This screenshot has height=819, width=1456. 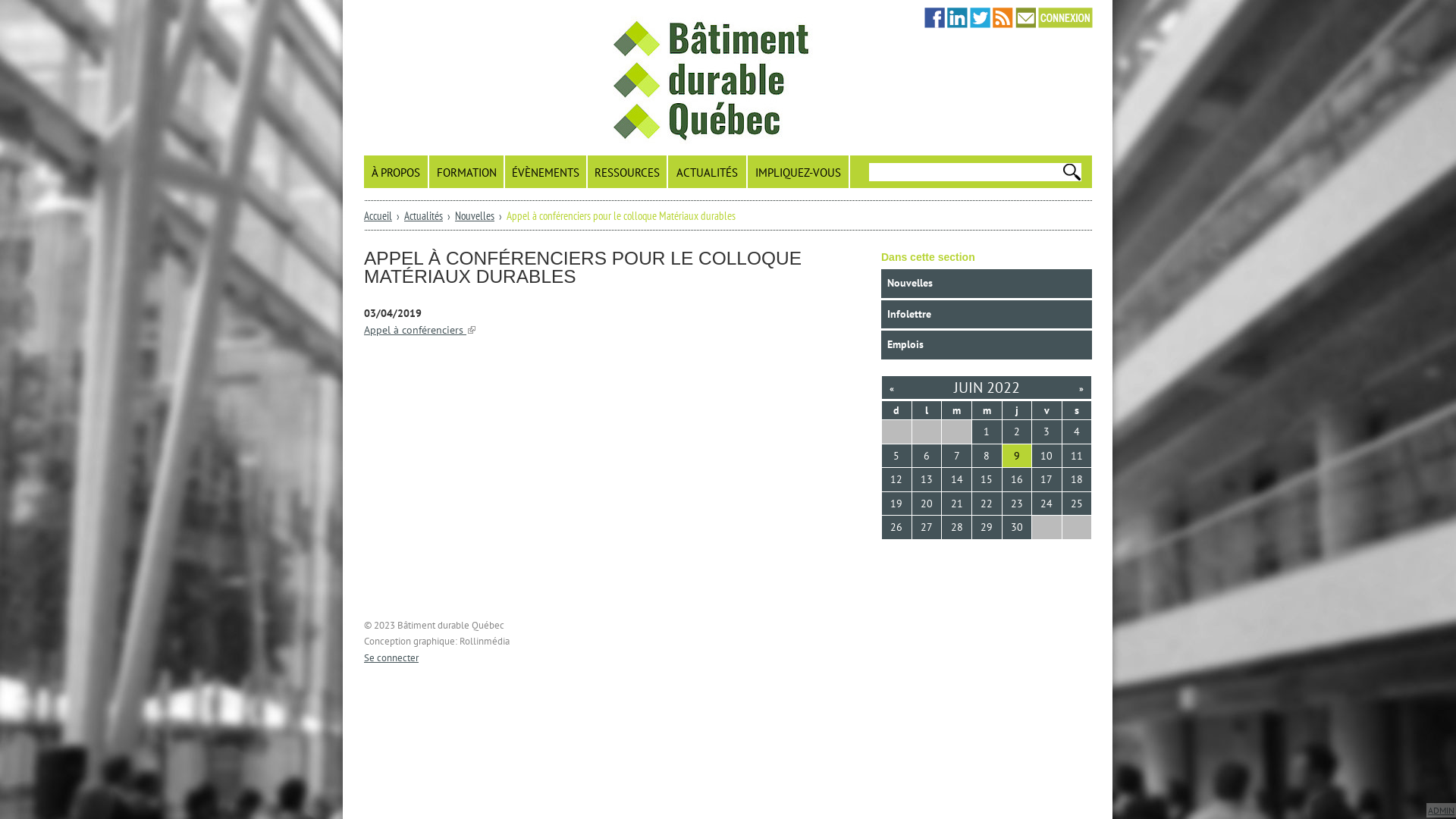 What do you see at coordinates (378, 215) in the screenshot?
I see `'Accueil'` at bounding box center [378, 215].